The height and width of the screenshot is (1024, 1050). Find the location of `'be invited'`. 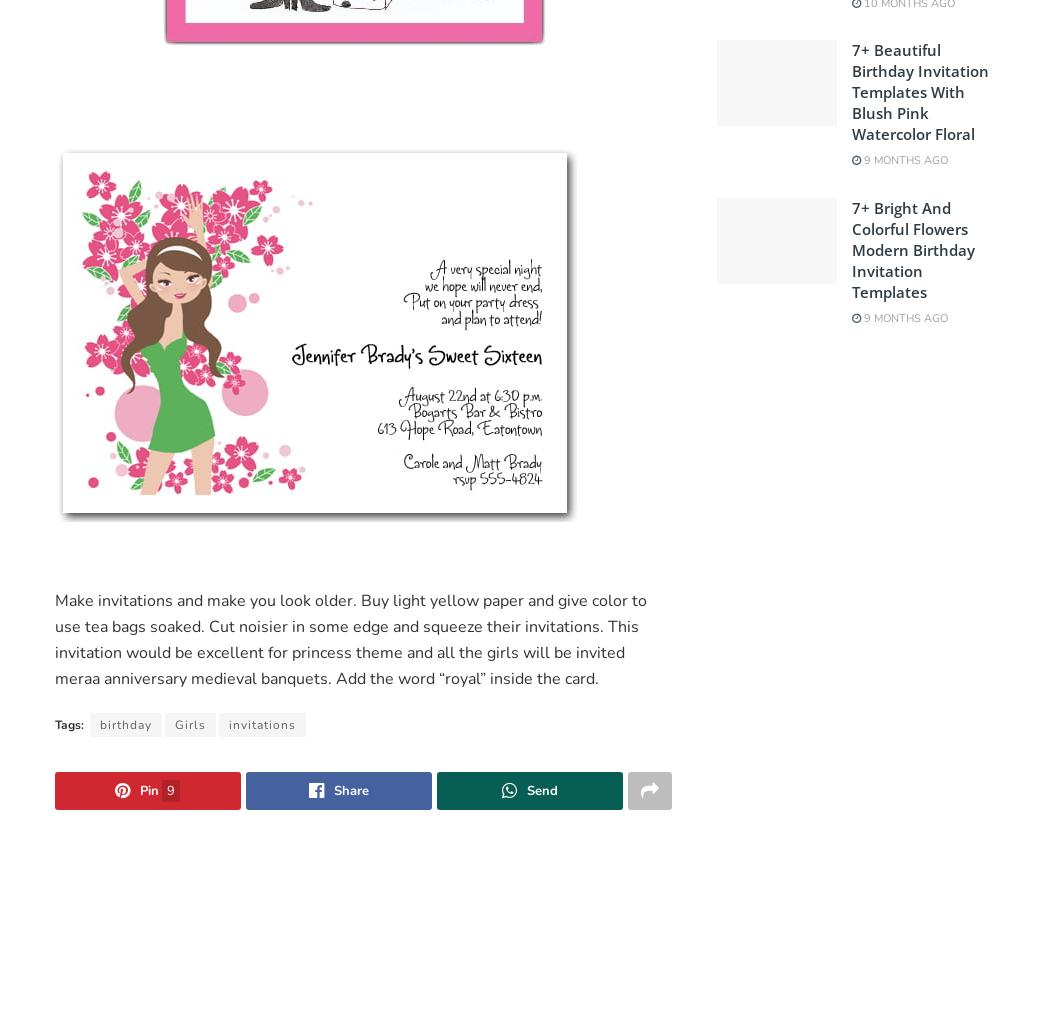

'be invited' is located at coordinates (588, 650).